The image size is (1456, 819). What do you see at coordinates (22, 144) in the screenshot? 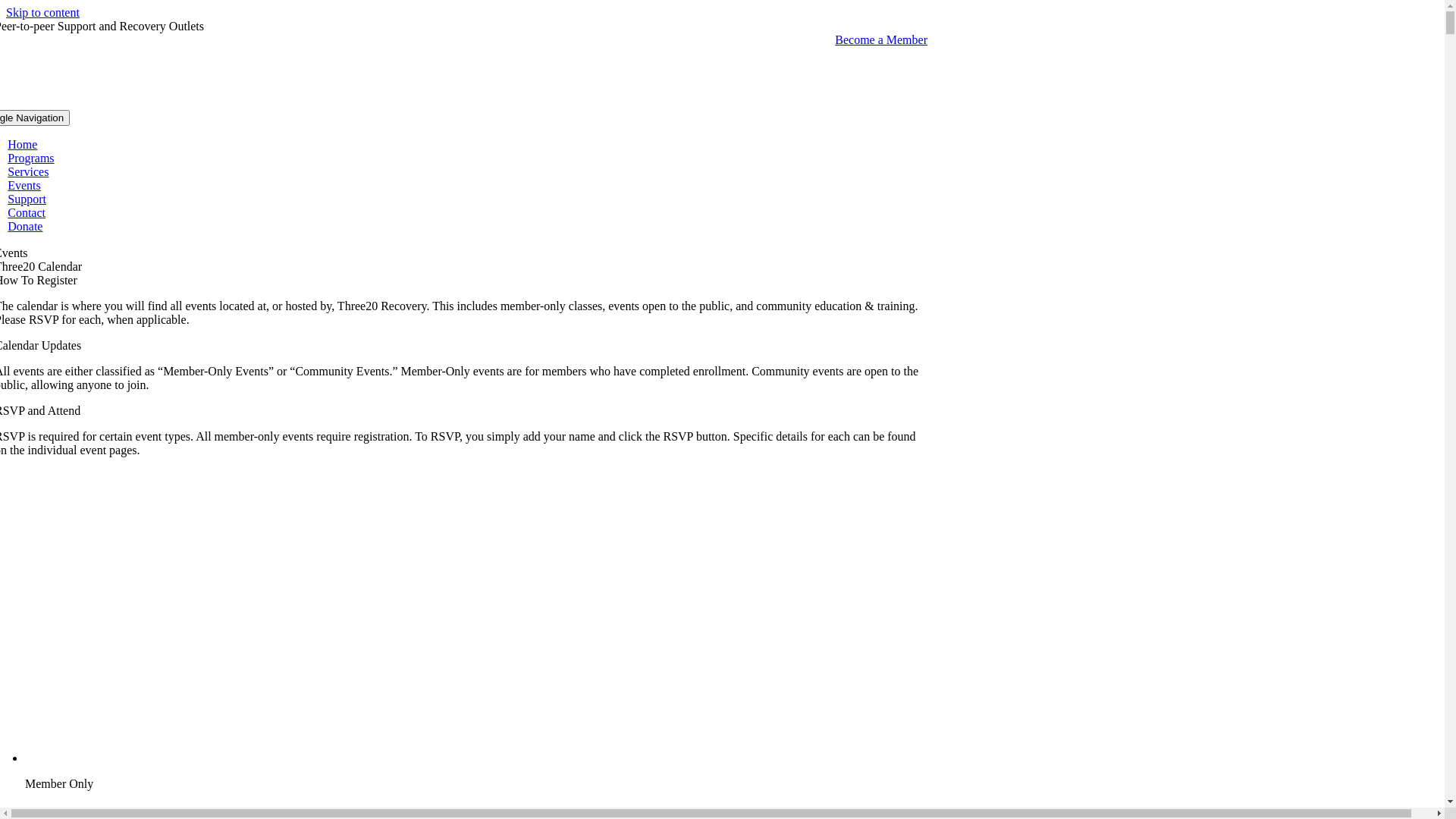
I see `'Home'` at bounding box center [22, 144].